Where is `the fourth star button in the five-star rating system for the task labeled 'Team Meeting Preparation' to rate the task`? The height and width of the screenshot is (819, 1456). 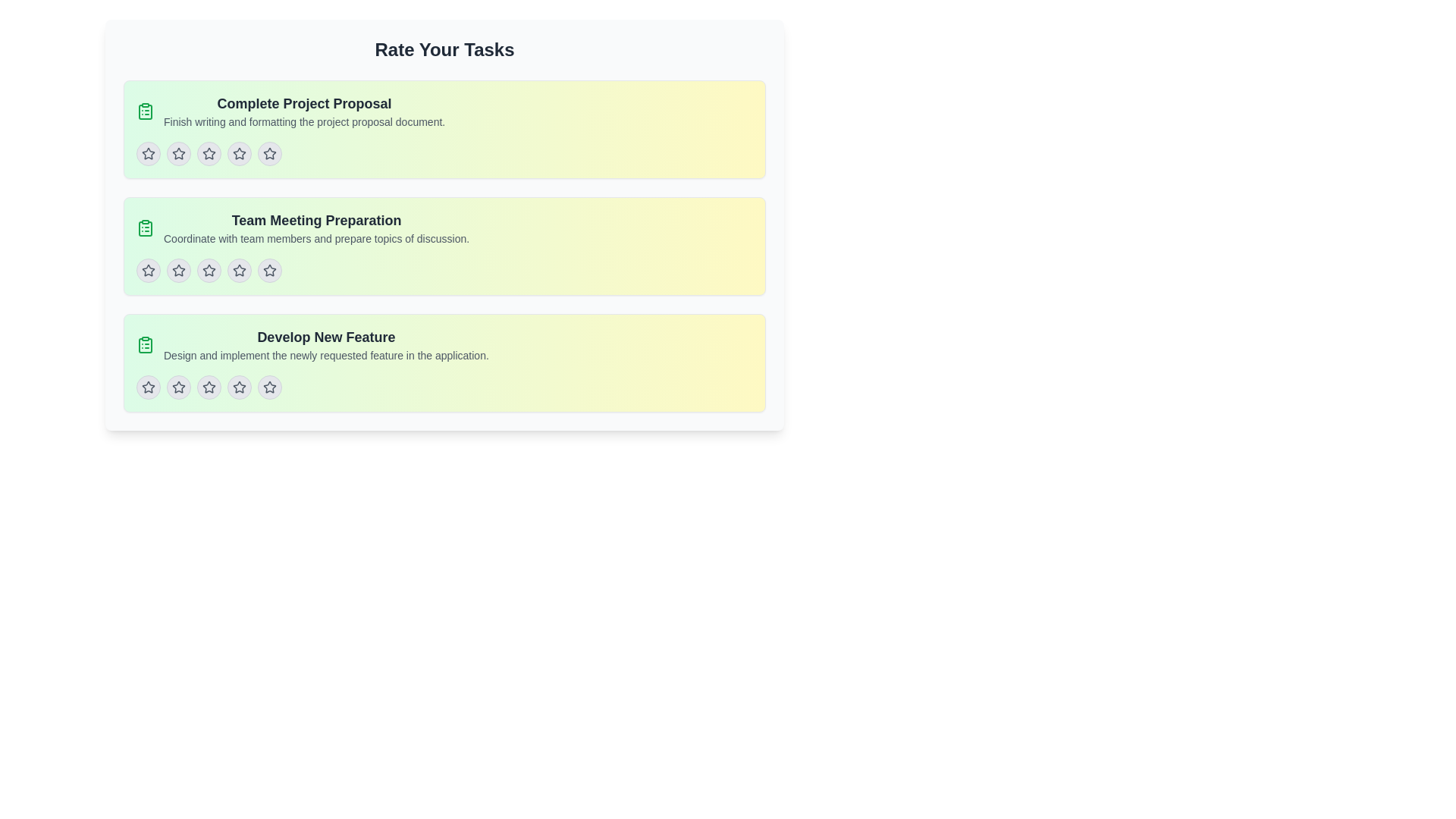 the fourth star button in the five-star rating system for the task labeled 'Team Meeting Preparation' to rate the task is located at coordinates (239, 270).